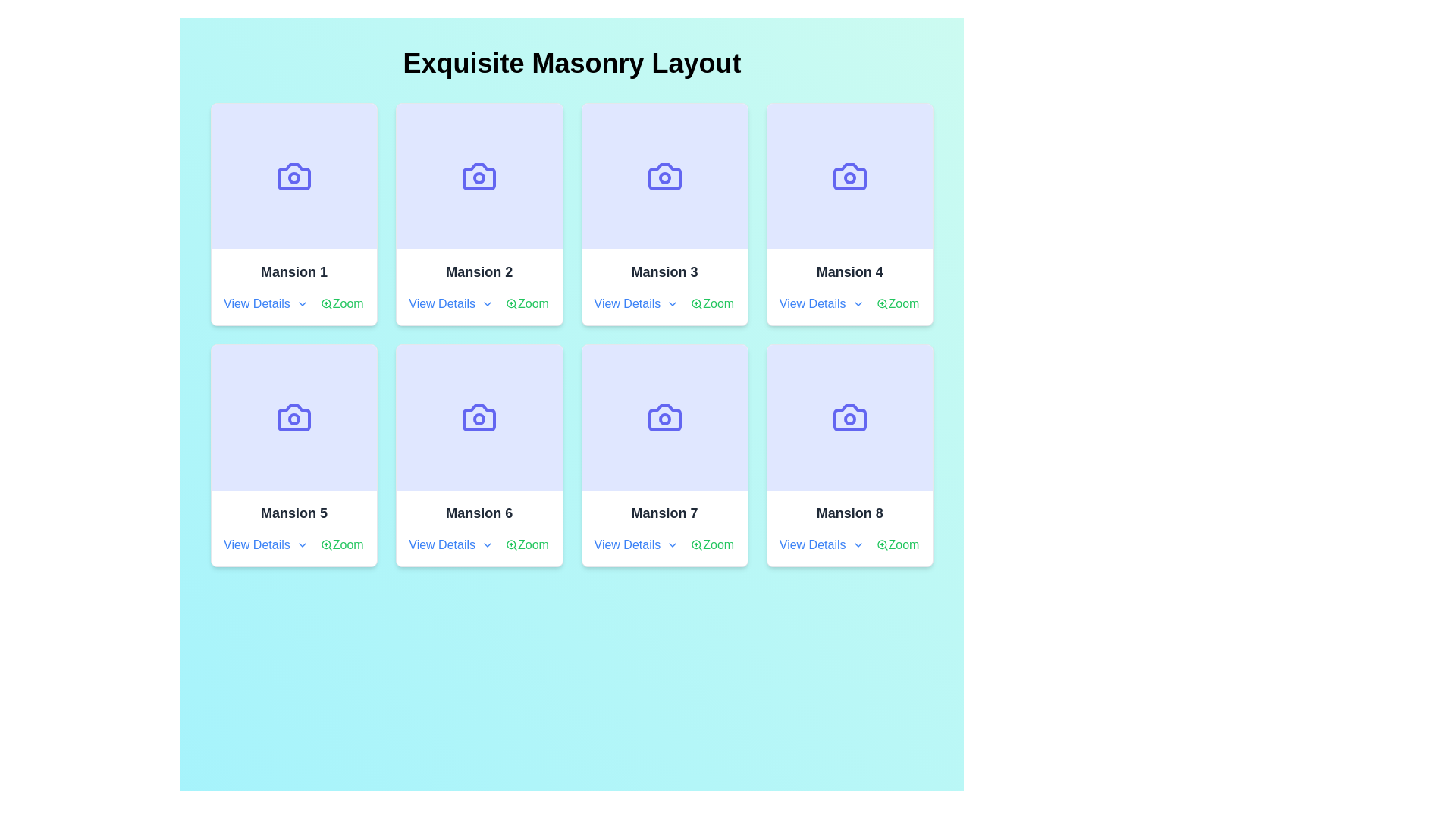 Image resolution: width=1456 pixels, height=819 pixels. What do you see at coordinates (849, 418) in the screenshot?
I see `the camera icon located at the top of the card labeled 'Mansion 8', positioned in the last column of the second row in the grid layout` at bounding box center [849, 418].